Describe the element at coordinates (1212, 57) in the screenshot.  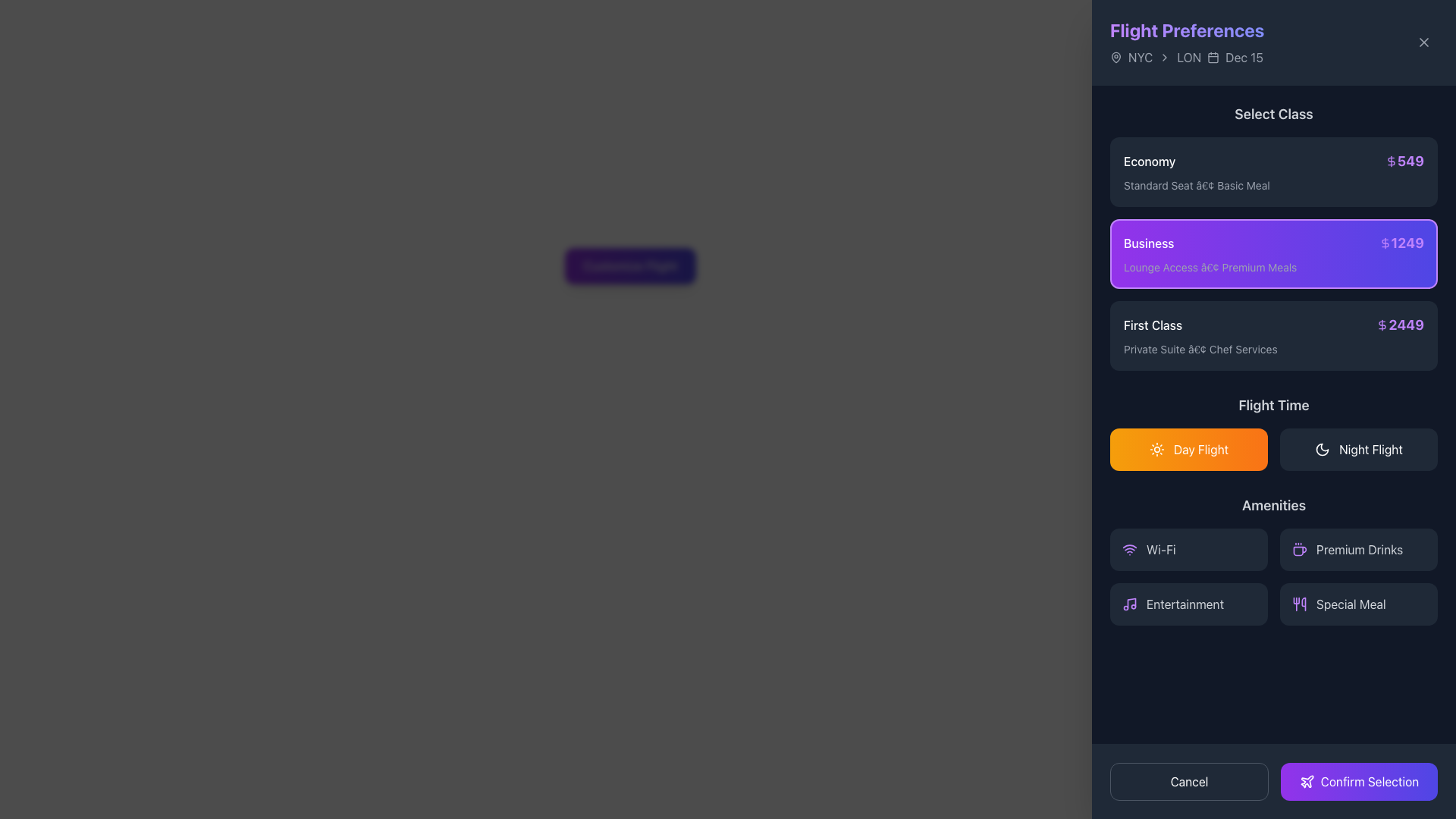
I see `the calendar icon located in the header section of the sidebar, positioned to the right of 'NYC' and 'LON', and before 'Dec 15'` at that location.